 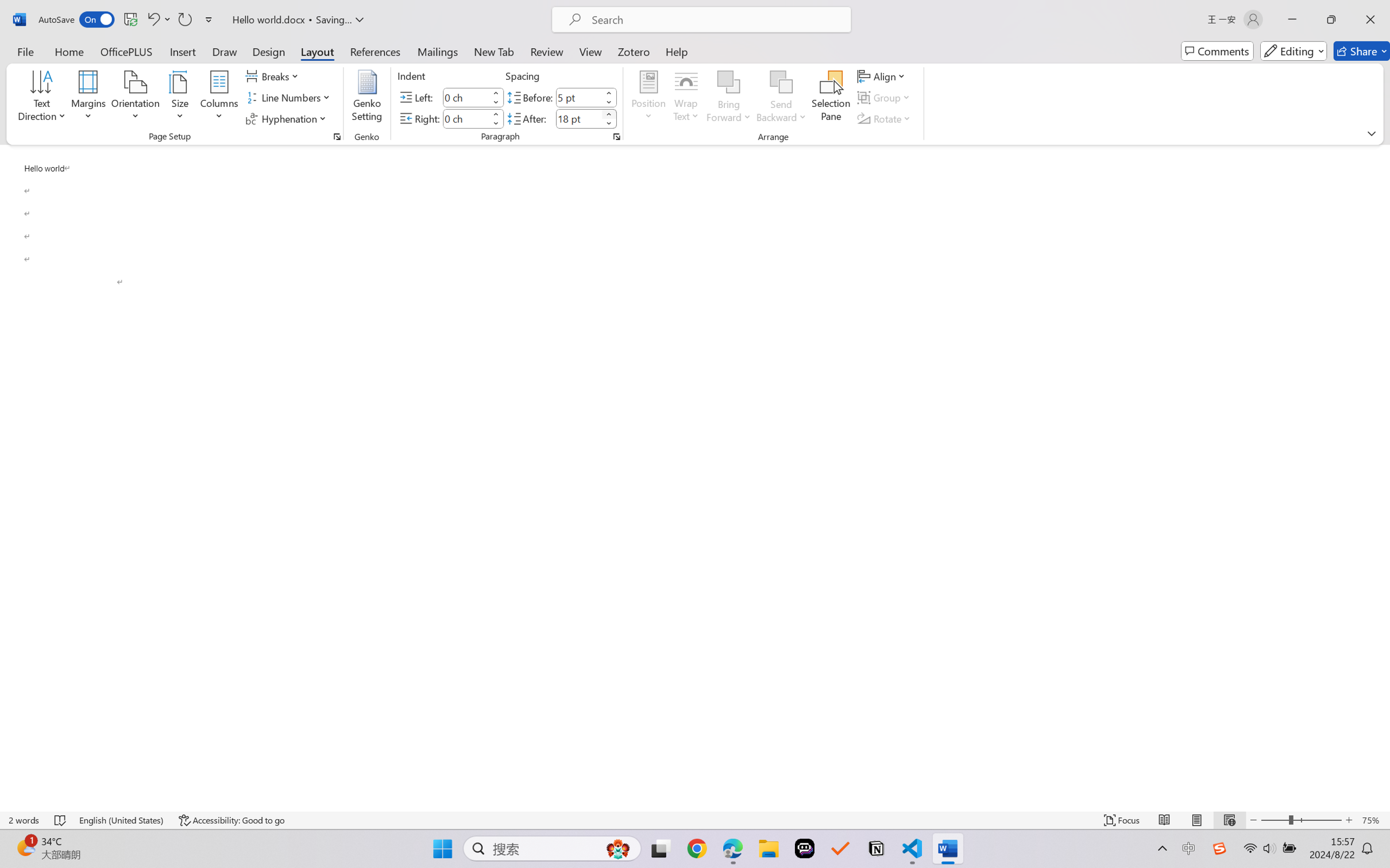 What do you see at coordinates (1122, 820) in the screenshot?
I see `'Focus '` at bounding box center [1122, 820].